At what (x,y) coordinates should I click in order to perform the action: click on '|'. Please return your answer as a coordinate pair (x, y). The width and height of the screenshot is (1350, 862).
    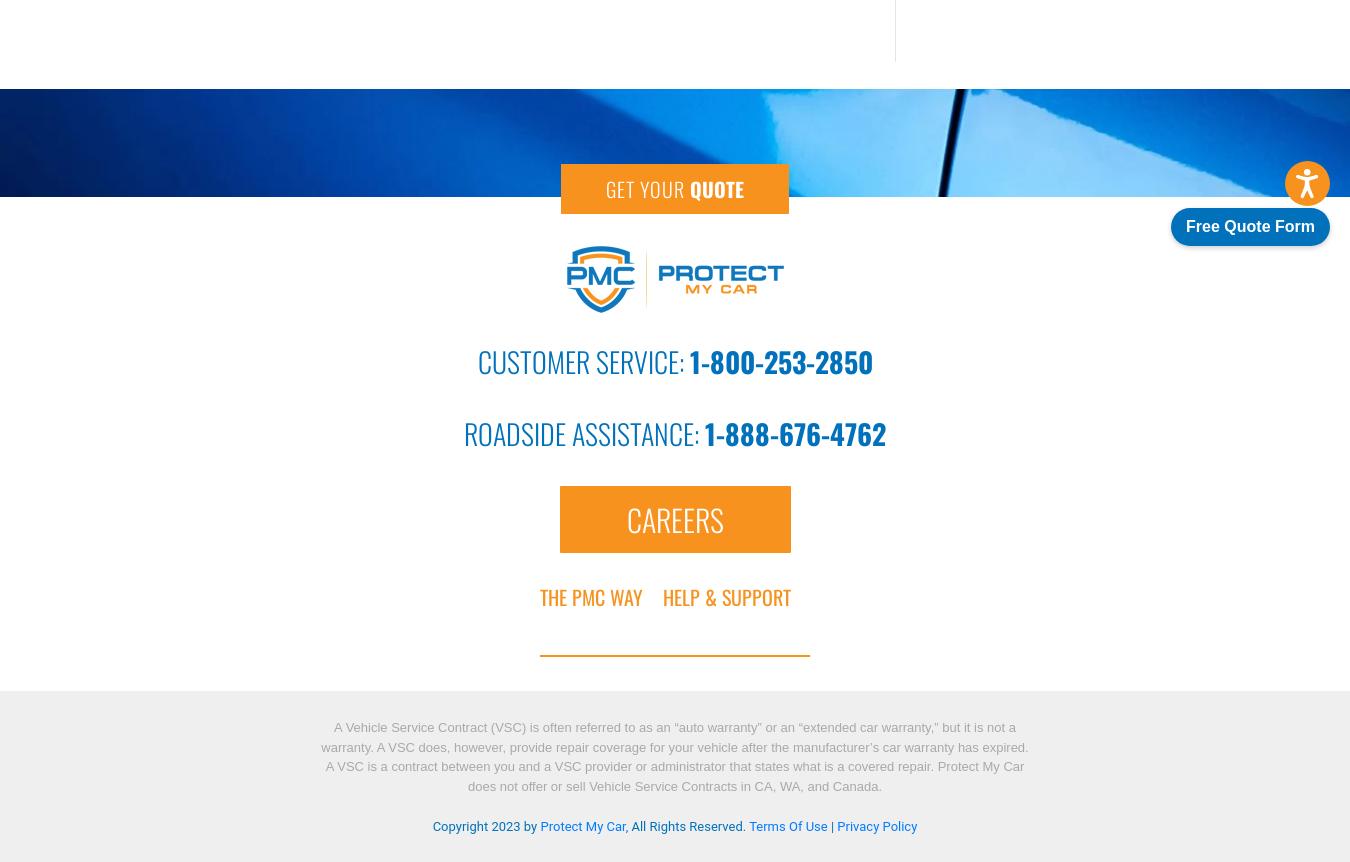
    Looking at the image, I should click on (832, 825).